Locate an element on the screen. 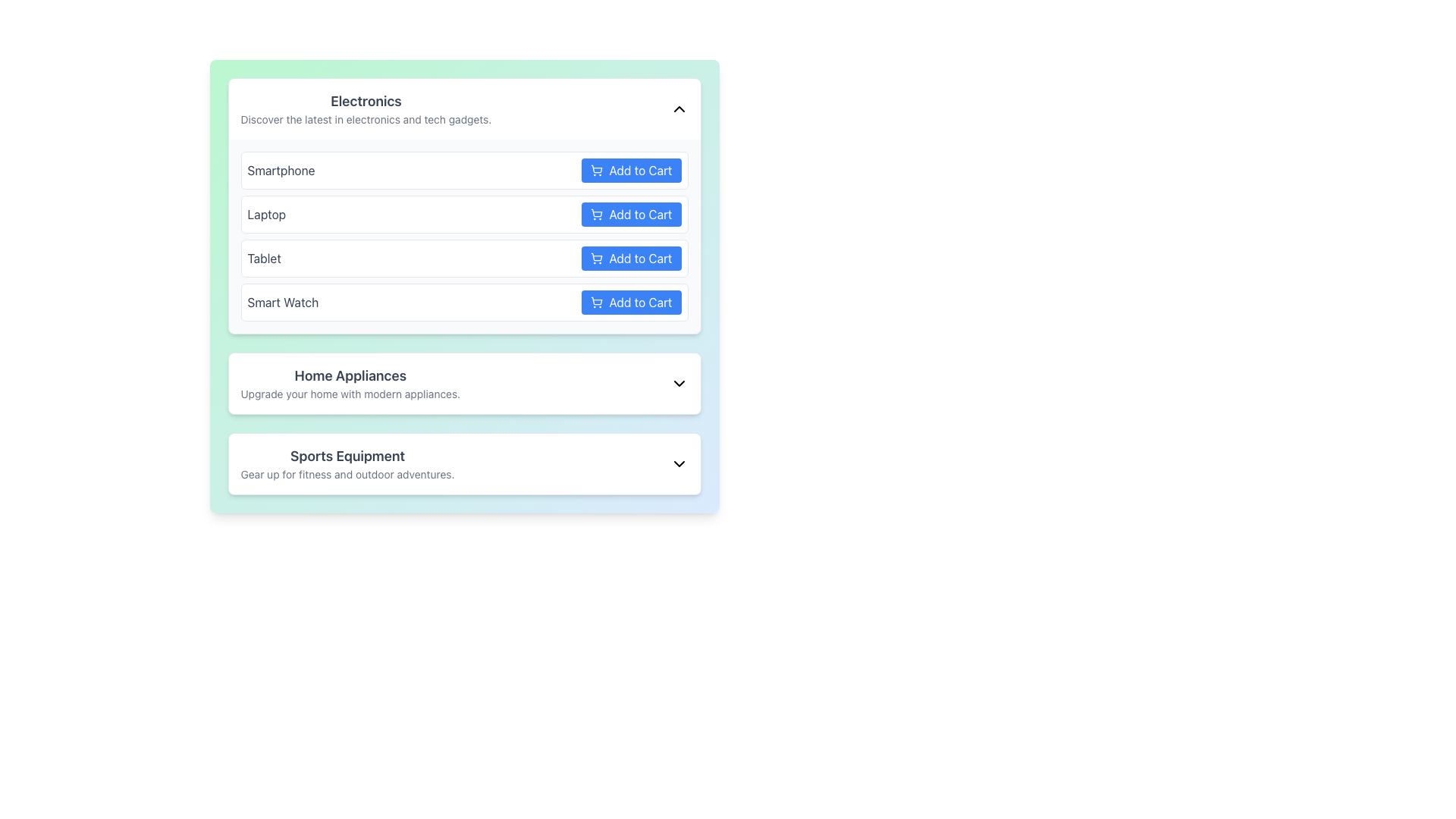 This screenshot has width=1456, height=819. the 'Electronics' text label, which is styled with a bold and larger font size in dark gray color, positioned at the top of a section containing a description about latest electronics and tech gadgets is located at coordinates (366, 102).